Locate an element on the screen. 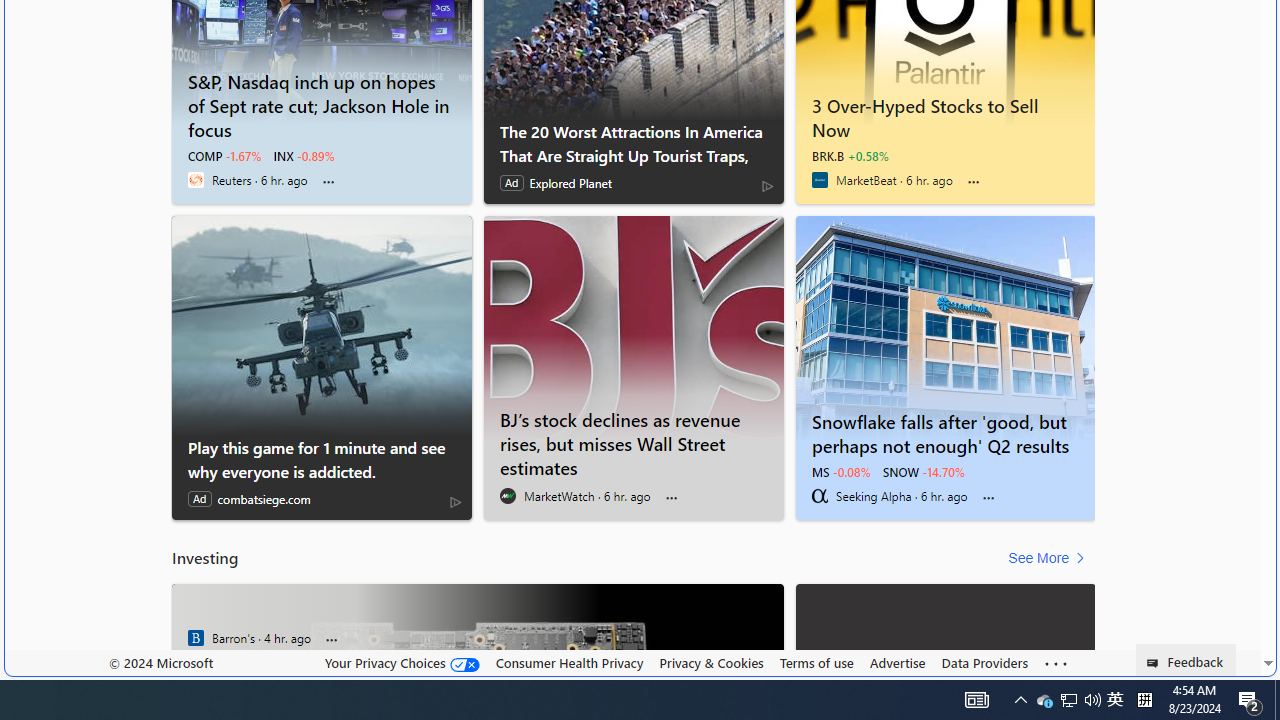  'Class: feedback_link_icon-DS-EntryPoint1-1' is located at coordinates (1156, 663).